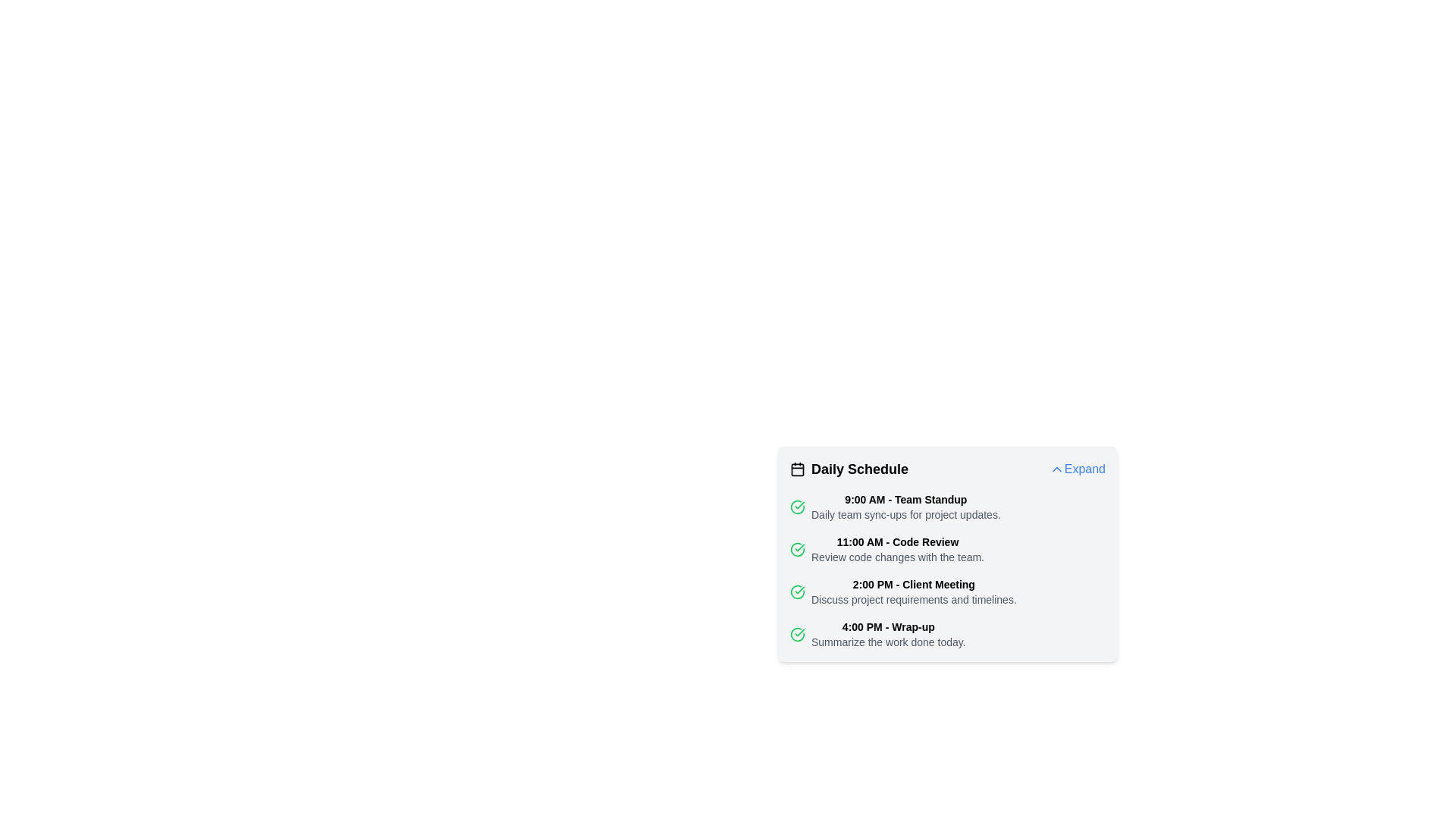 The width and height of the screenshot is (1456, 819). What do you see at coordinates (898, 541) in the screenshot?
I see `the text label that denotes a scheduled event time and its title, positioned as the second entry in the daily schedule, located between '9:00 AM - Team Standup' and '2:00 PM - Client Meeting'` at bounding box center [898, 541].